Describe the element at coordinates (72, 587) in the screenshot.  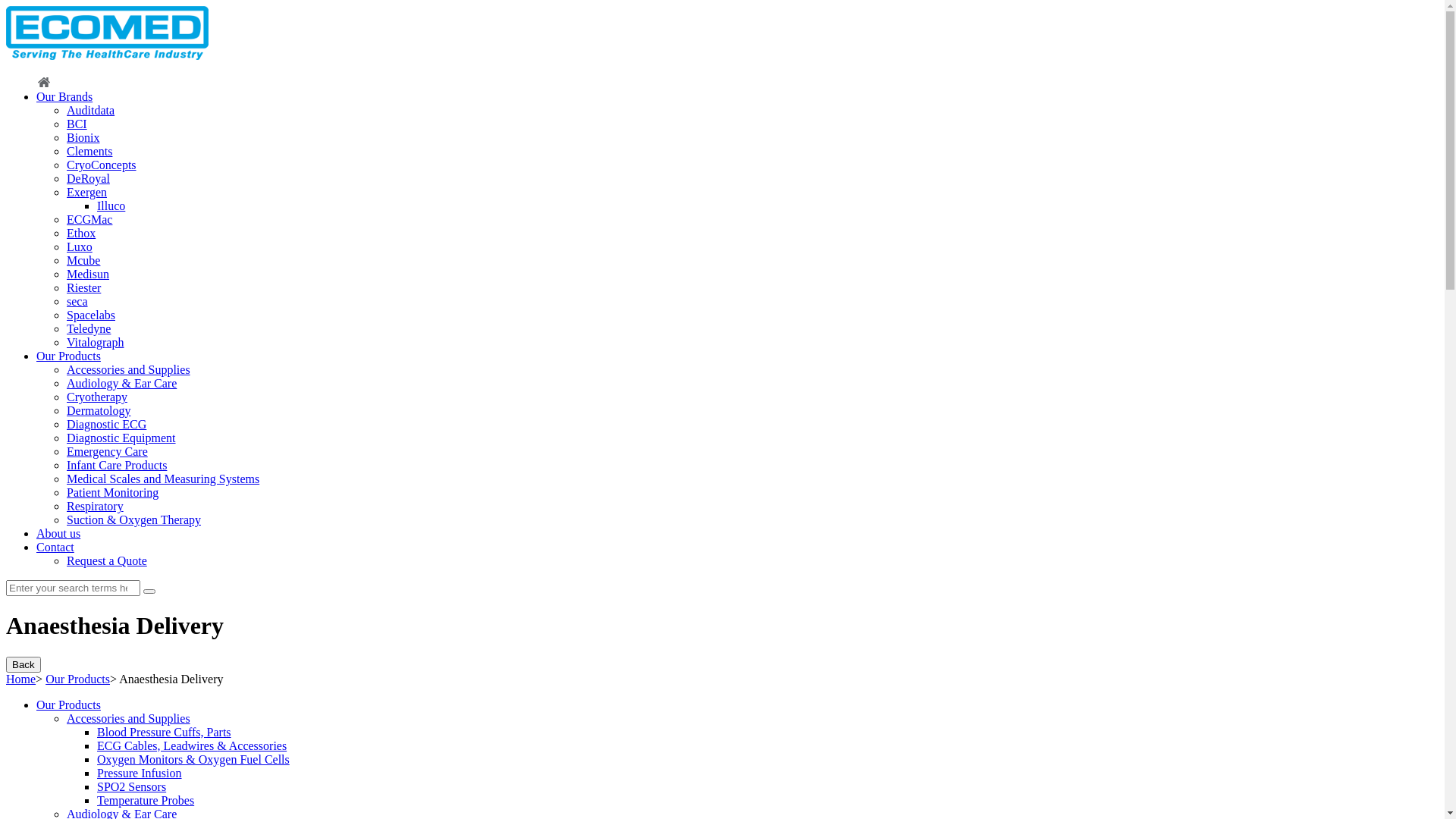
I see `'Search for:'` at that location.